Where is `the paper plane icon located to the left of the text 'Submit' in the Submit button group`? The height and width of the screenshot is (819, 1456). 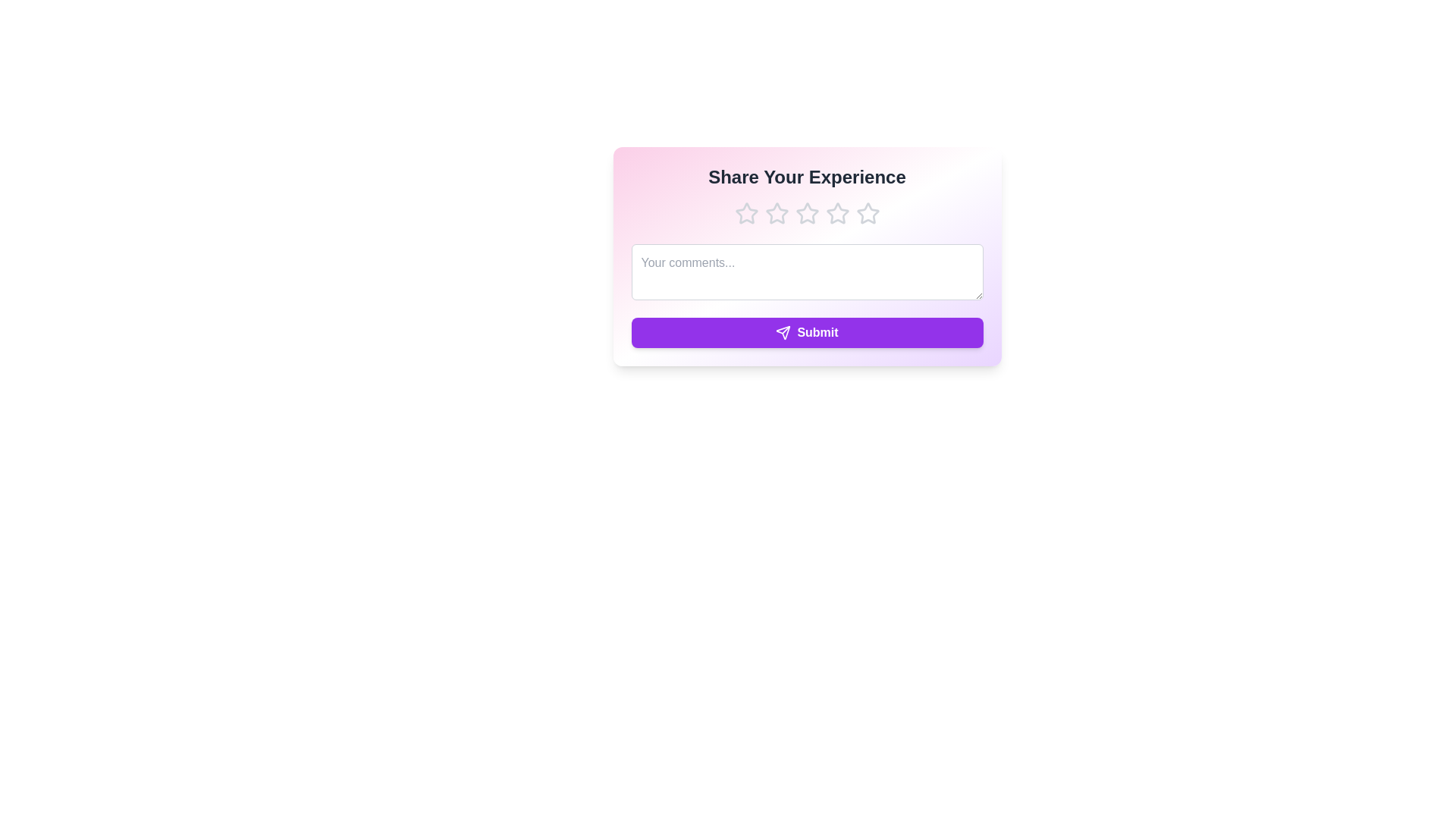
the paper plane icon located to the left of the text 'Submit' in the Submit button group is located at coordinates (783, 332).